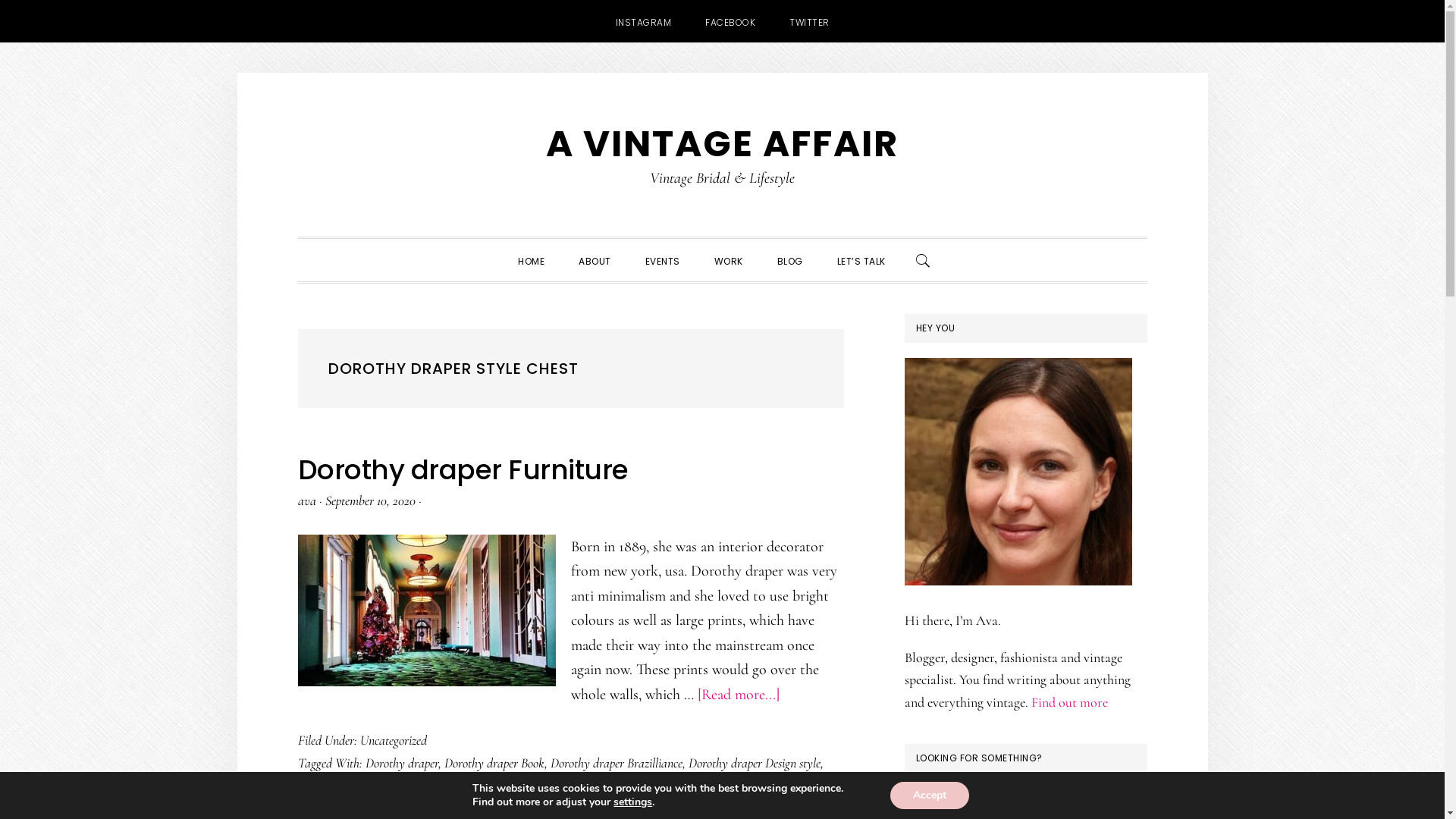  Describe the element at coordinates (644, 20) in the screenshot. I see `'INSTAGRAM'` at that location.